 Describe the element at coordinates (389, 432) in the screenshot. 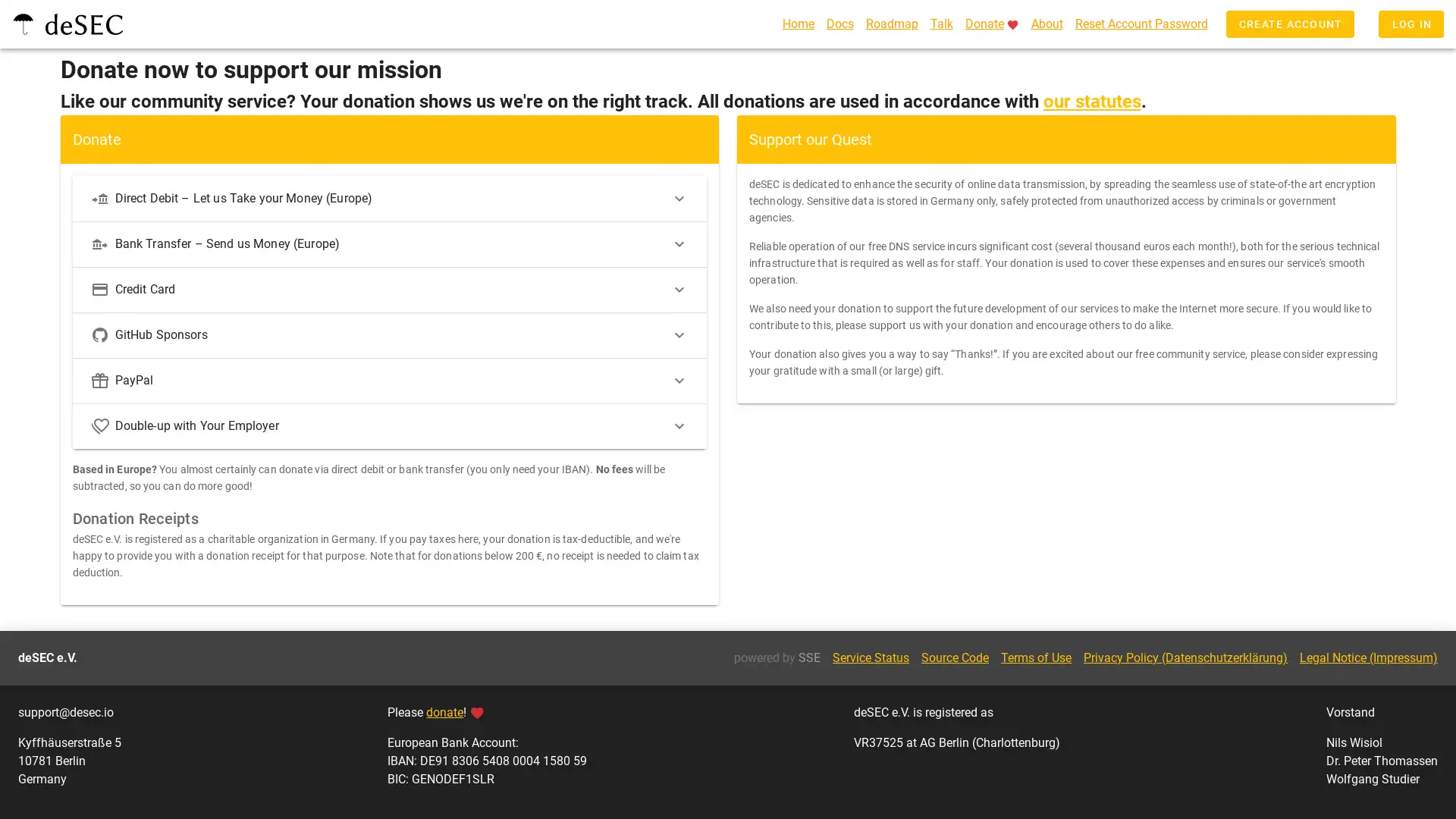

I see `Double-up with Your Employer` at that location.